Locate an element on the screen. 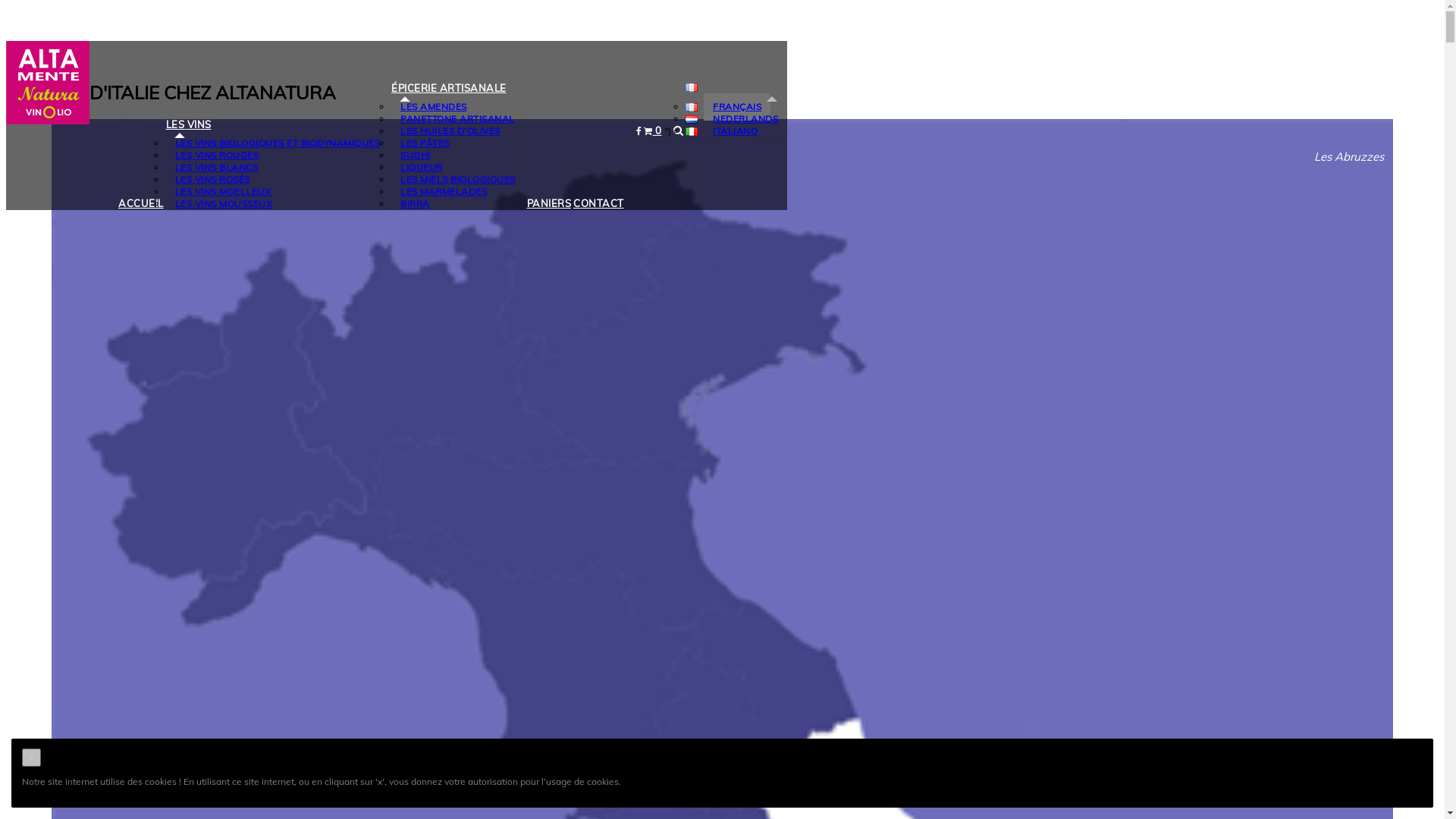 This screenshot has height=819, width=1456. 'CONTACT' is located at coordinates (598, 202).